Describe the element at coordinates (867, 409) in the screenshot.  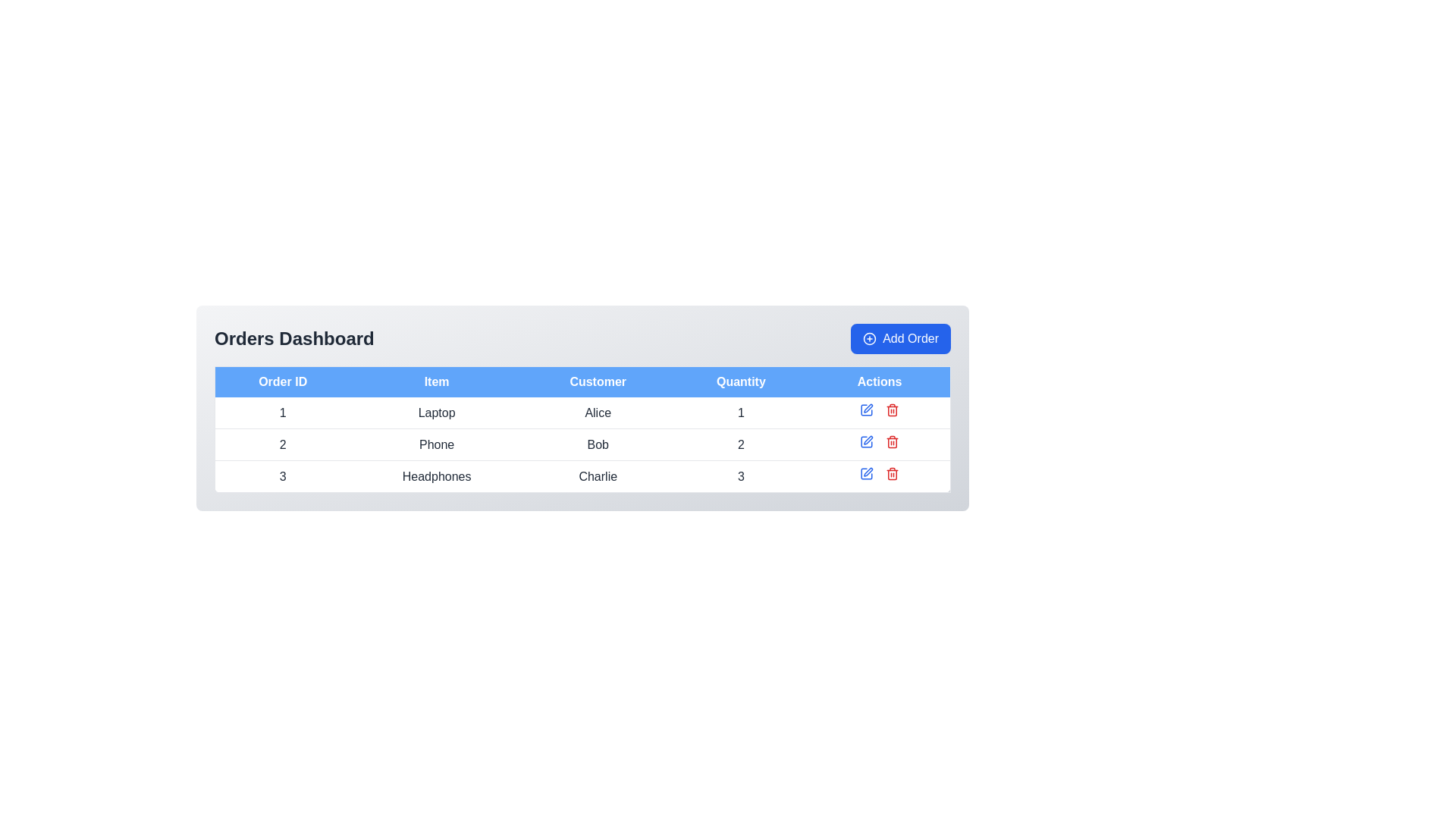
I see `the edit icon button located in the 'Actions' column of the first row of the table` at that location.